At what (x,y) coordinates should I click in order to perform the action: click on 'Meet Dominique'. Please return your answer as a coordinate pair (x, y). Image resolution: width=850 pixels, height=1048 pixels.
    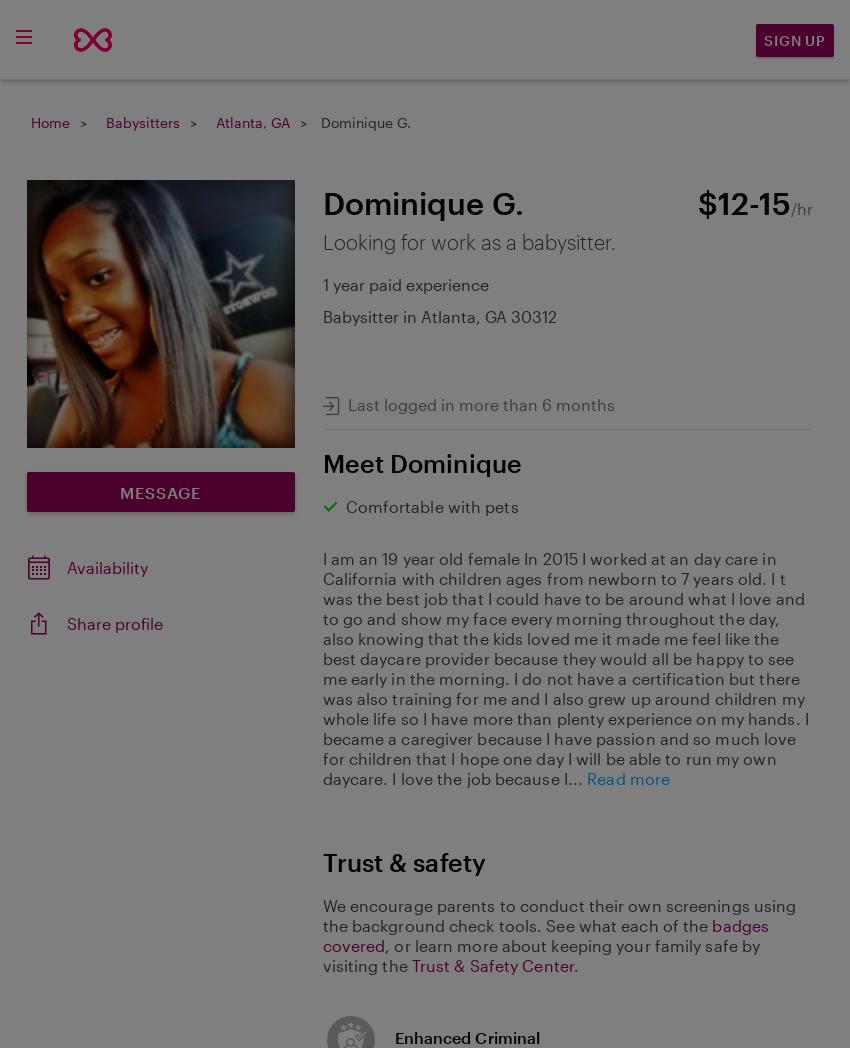
    Looking at the image, I should click on (421, 460).